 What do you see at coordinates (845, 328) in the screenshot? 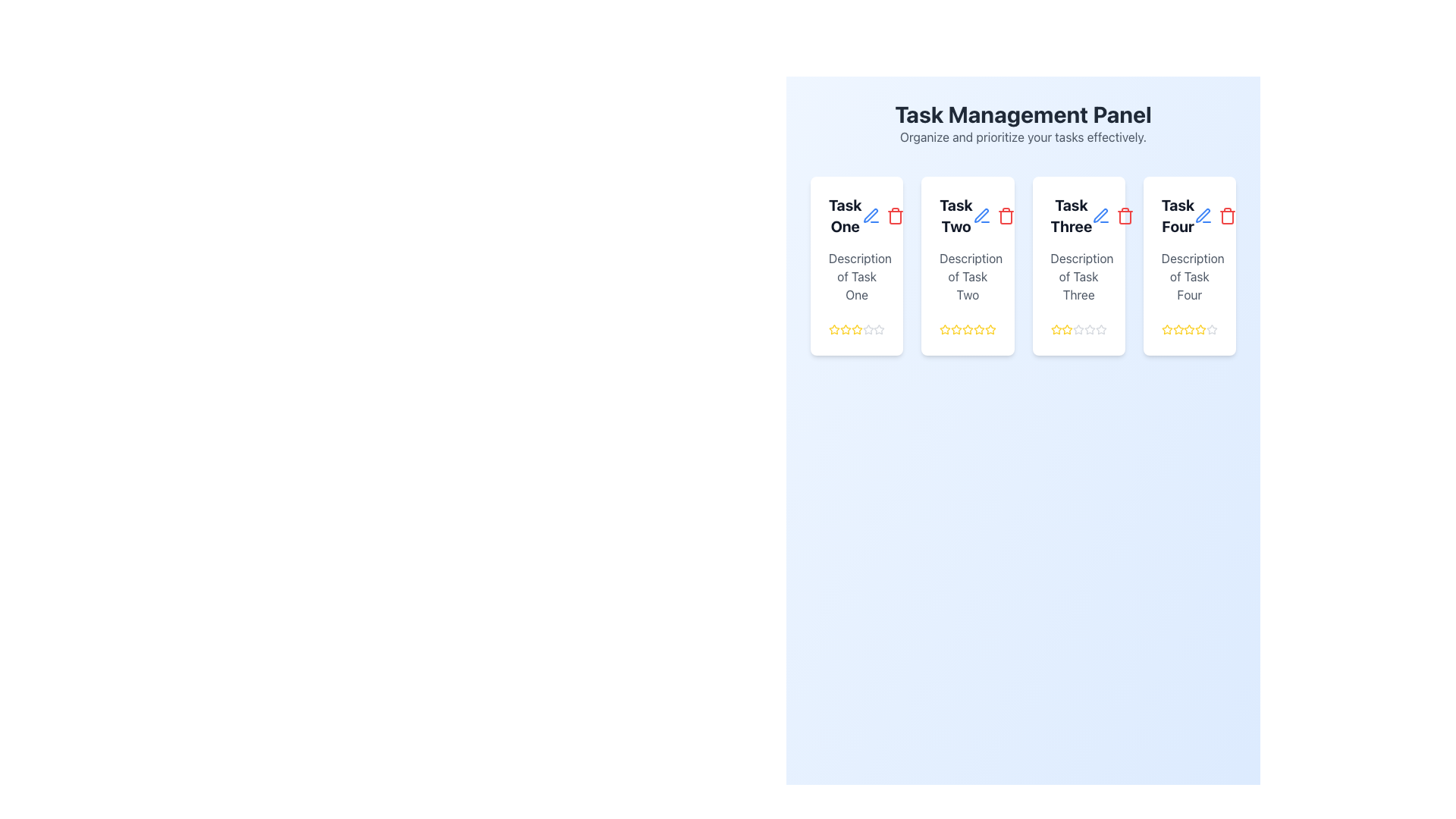
I see `the yellow star-shaped icon located at the bottom of the first task card, which is part of a horizontal row of star icons used for rating` at bounding box center [845, 328].